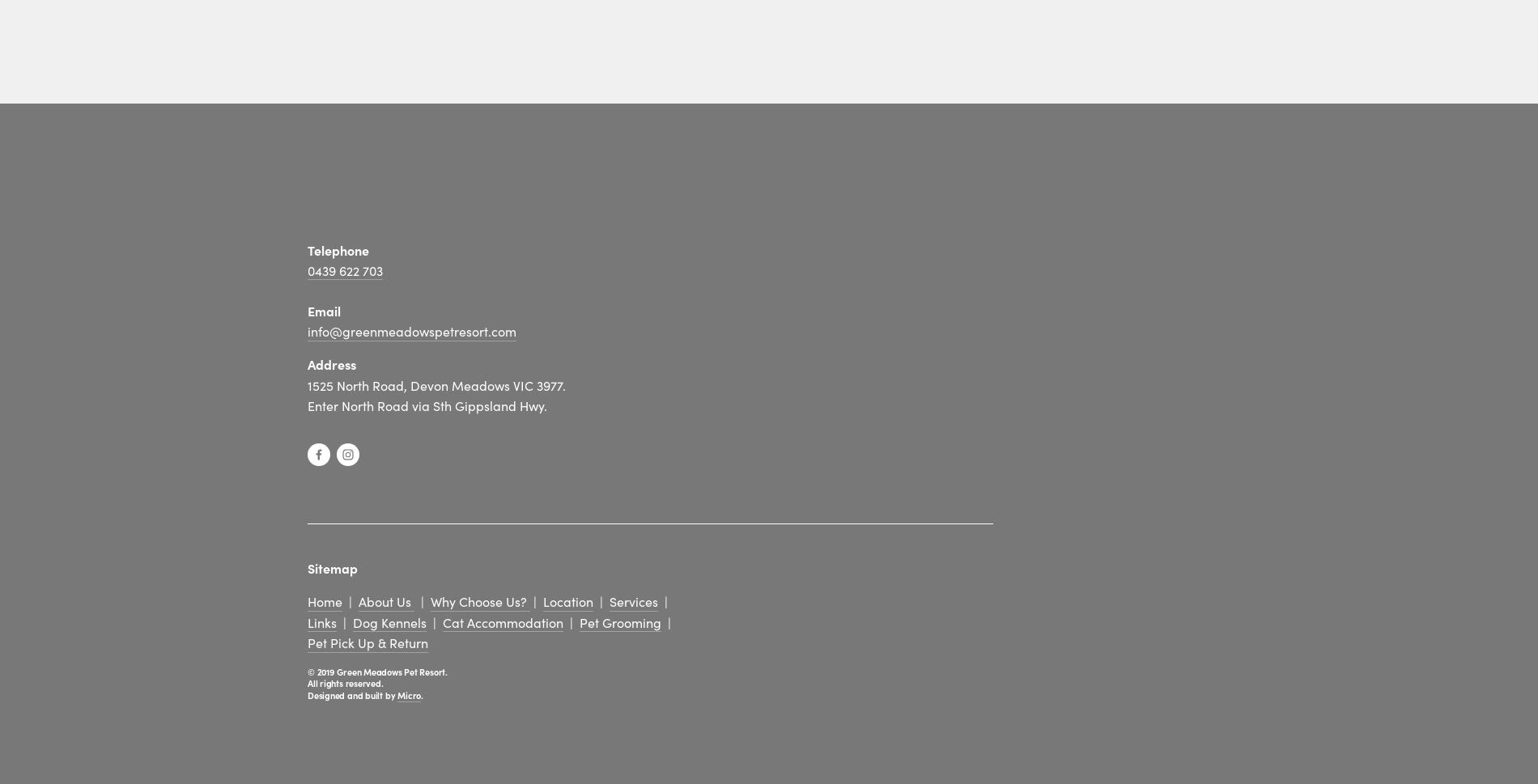 This screenshot has height=784, width=1538. I want to click on '0439 622 703', so click(344, 269).